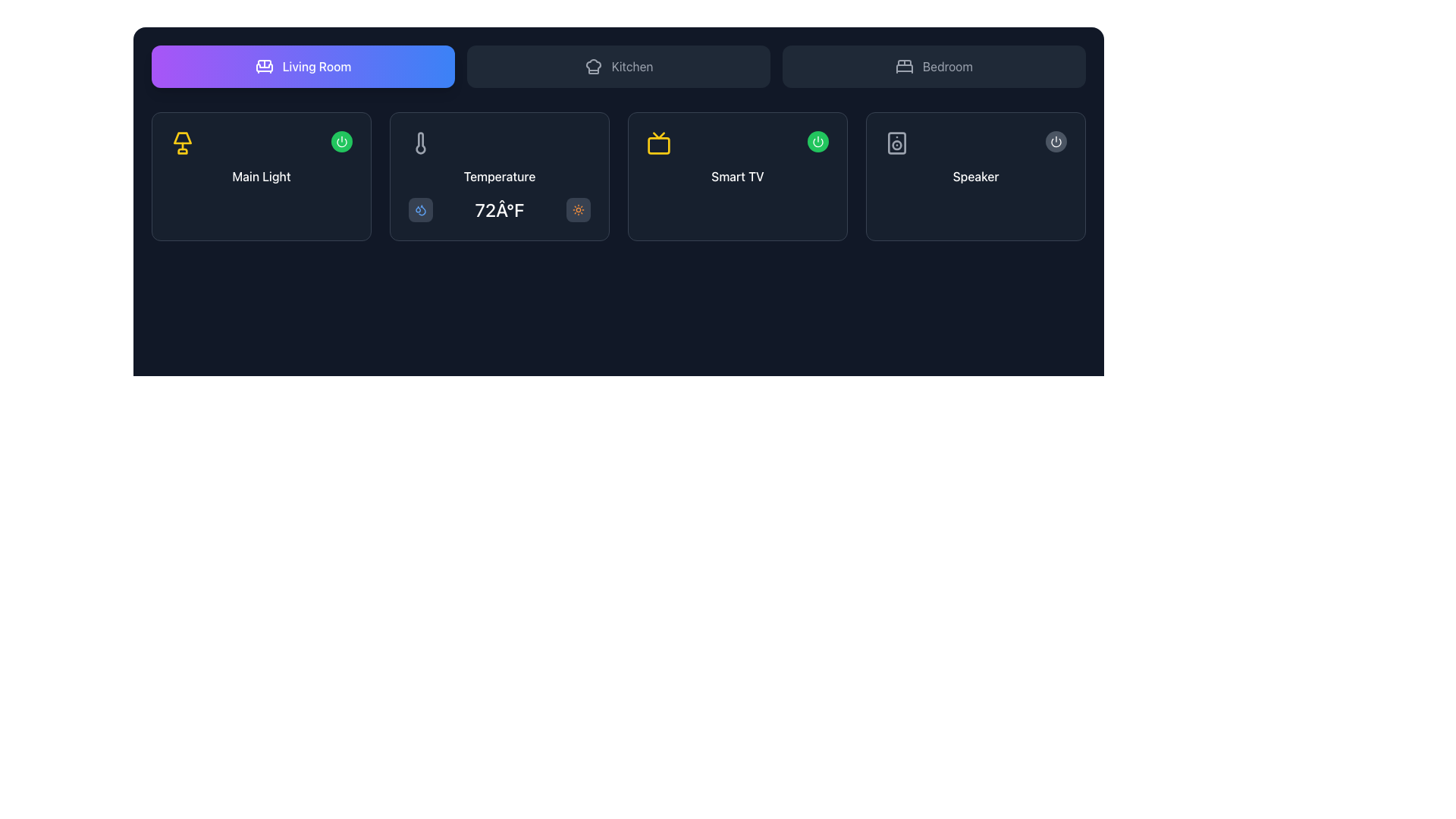 This screenshot has width=1456, height=819. I want to click on the power toggle button located at the bottom right of the 'Speaker' card, so click(1055, 141).